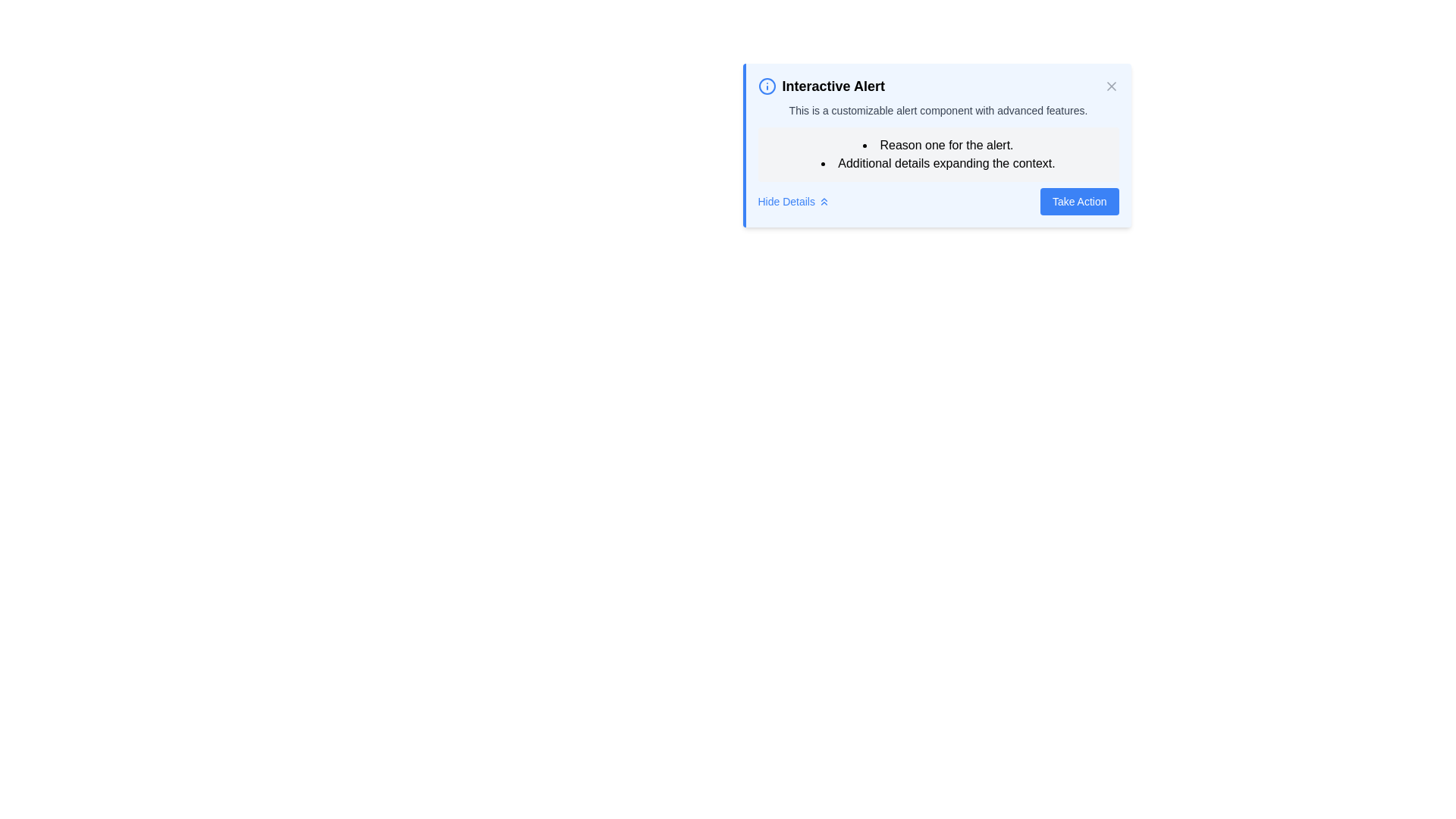 The height and width of the screenshot is (819, 1456). What do you see at coordinates (1111, 86) in the screenshot?
I see `the close/dismiss icon located in the top-right corner of the 'Interactive Alert' dialog box` at bounding box center [1111, 86].